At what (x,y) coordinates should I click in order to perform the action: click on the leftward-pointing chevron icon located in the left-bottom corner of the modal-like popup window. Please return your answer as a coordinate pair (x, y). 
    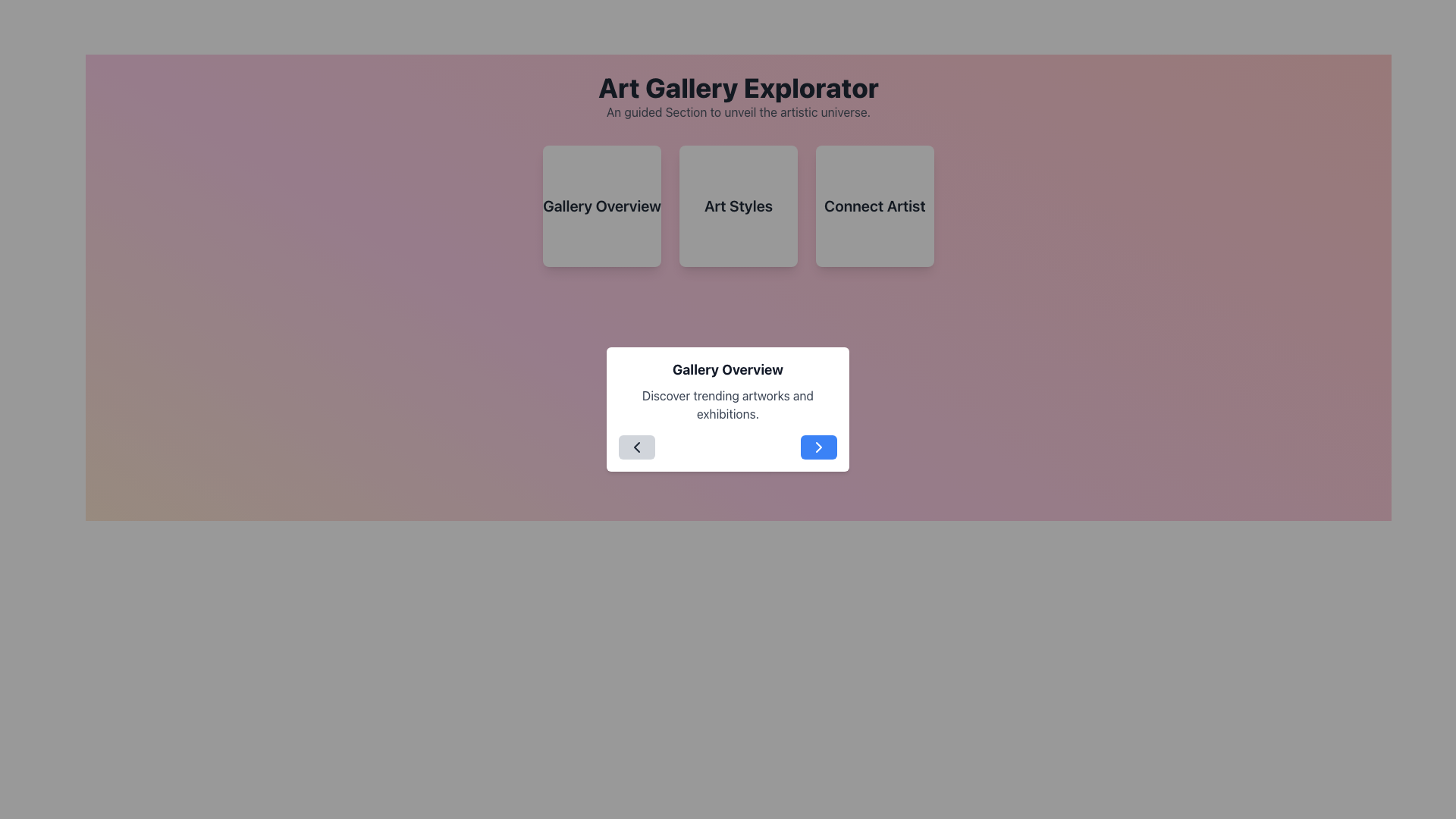
    Looking at the image, I should click on (637, 447).